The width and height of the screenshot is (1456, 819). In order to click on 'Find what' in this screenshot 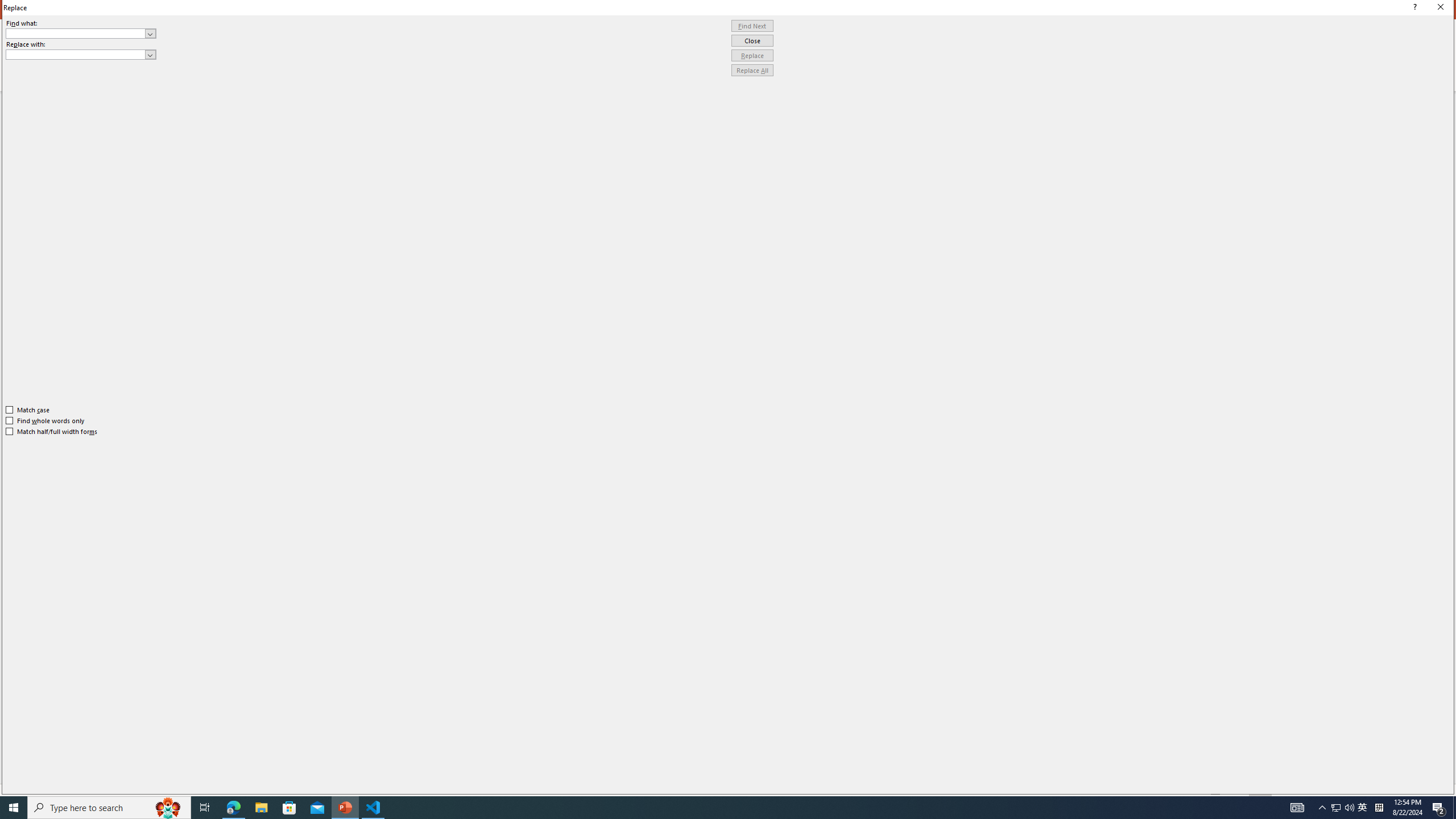, I will do `click(81, 33)`.